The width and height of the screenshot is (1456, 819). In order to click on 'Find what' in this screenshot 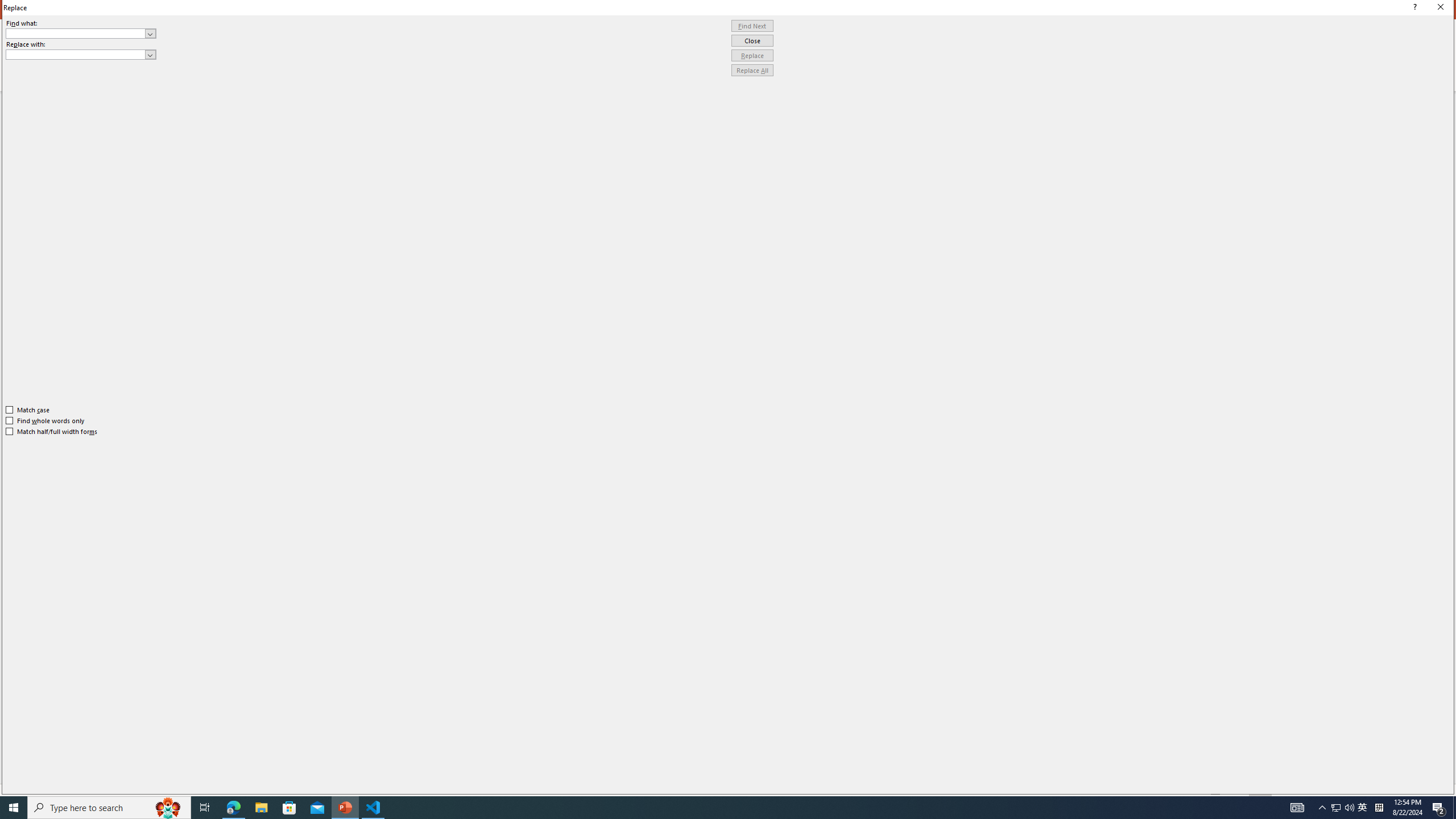, I will do `click(81, 33)`.